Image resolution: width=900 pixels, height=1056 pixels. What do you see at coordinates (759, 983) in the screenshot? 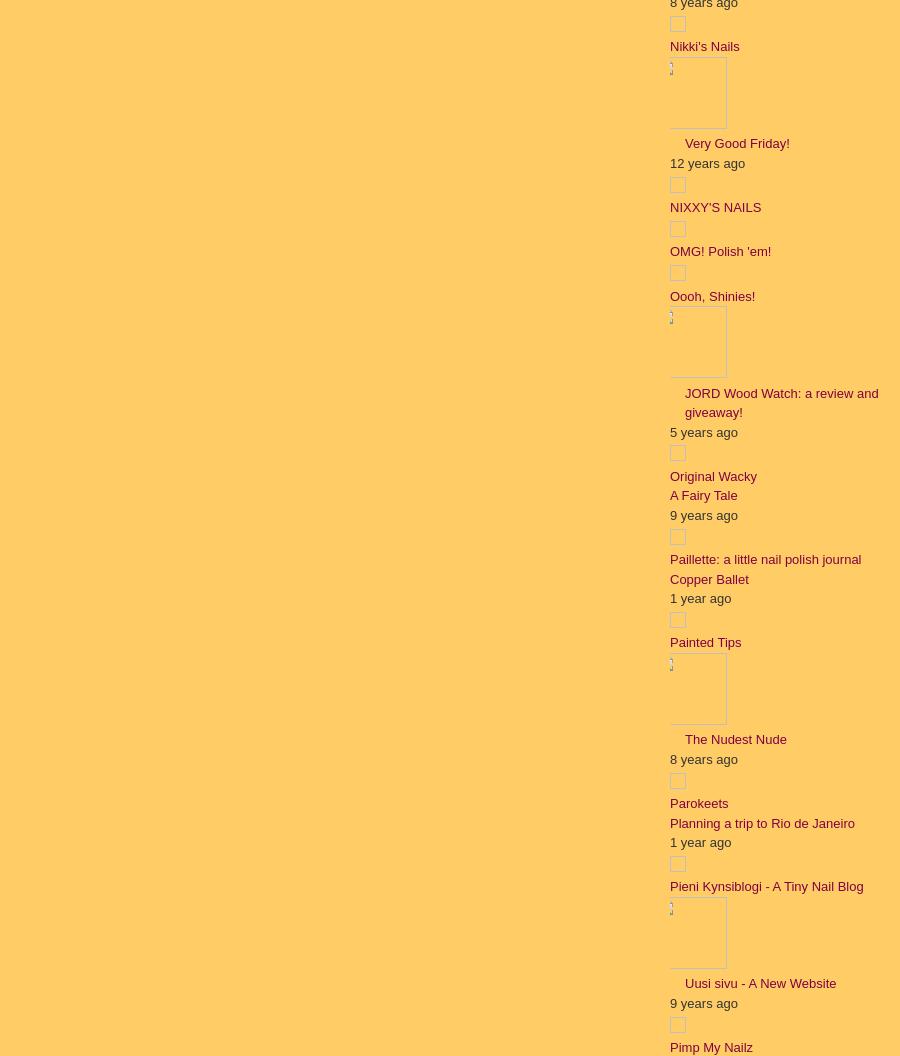
I see `'Uusi sivu - A New Website'` at bounding box center [759, 983].